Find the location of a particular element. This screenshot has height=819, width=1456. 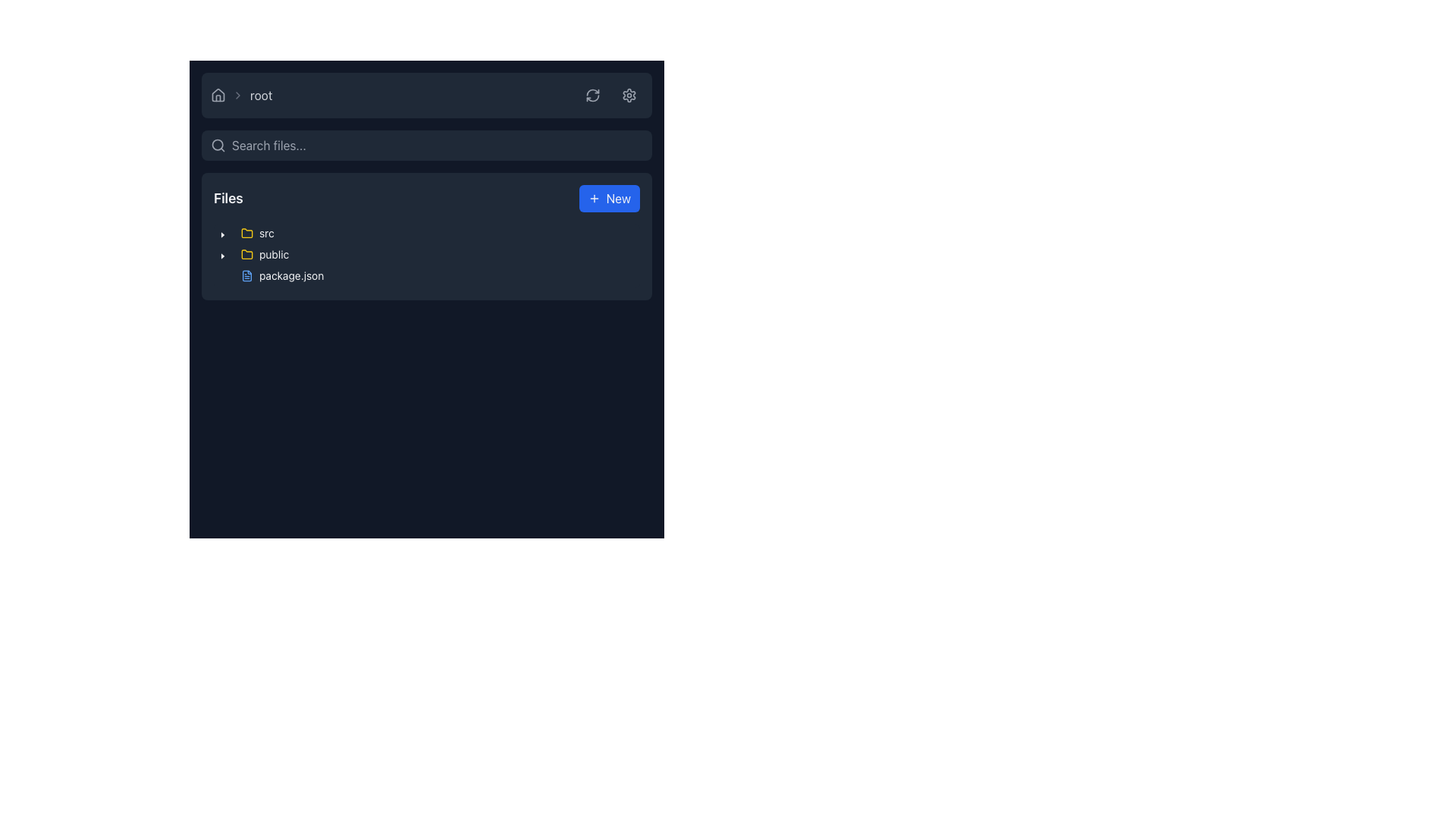

the Tree Toggle Button located to the left of the folder icon and text 'public' is located at coordinates (221, 253).